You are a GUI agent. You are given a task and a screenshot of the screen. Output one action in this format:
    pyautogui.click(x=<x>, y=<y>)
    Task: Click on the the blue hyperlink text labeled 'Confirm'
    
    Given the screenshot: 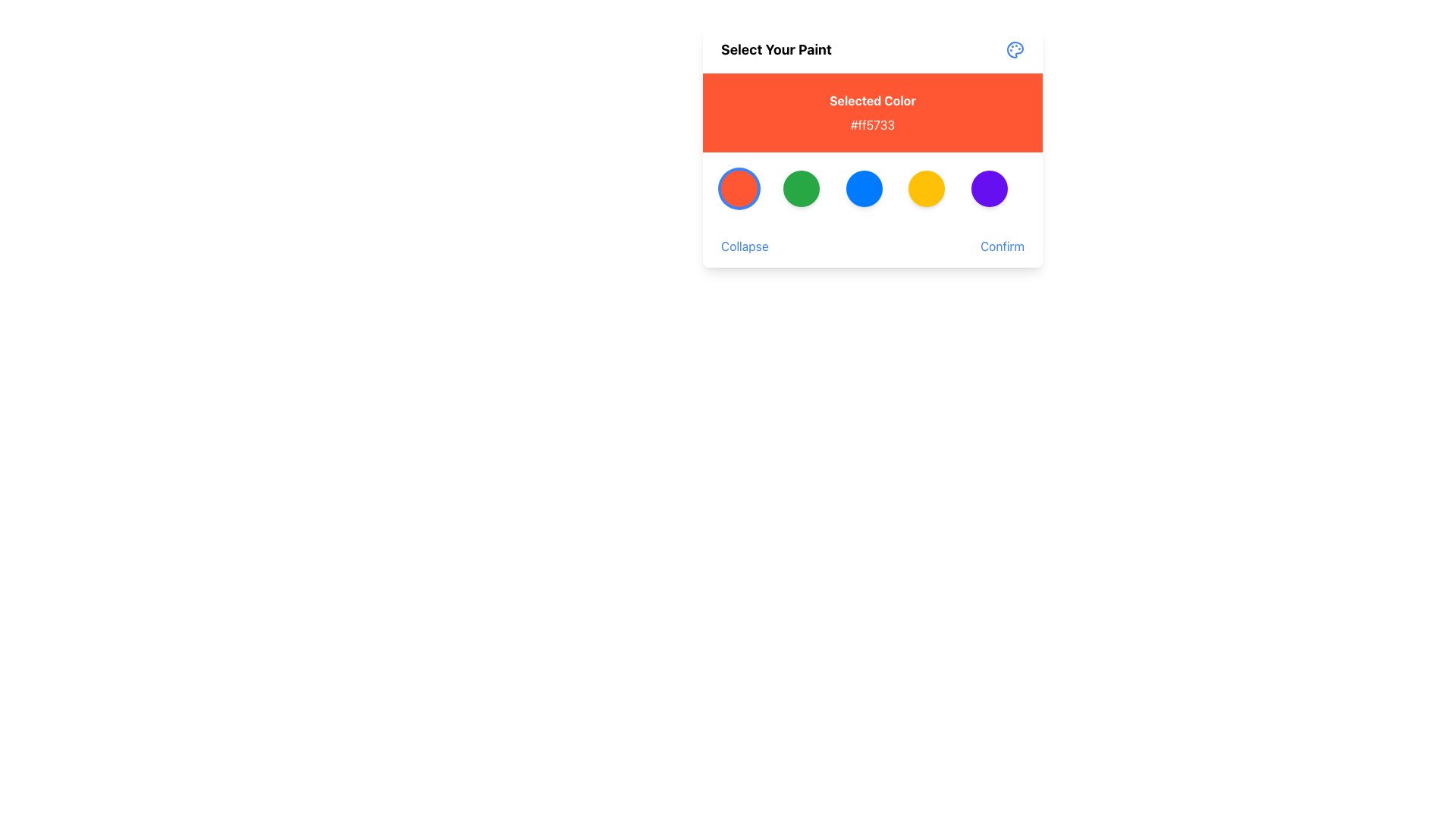 What is the action you would take?
    pyautogui.click(x=1003, y=245)
    